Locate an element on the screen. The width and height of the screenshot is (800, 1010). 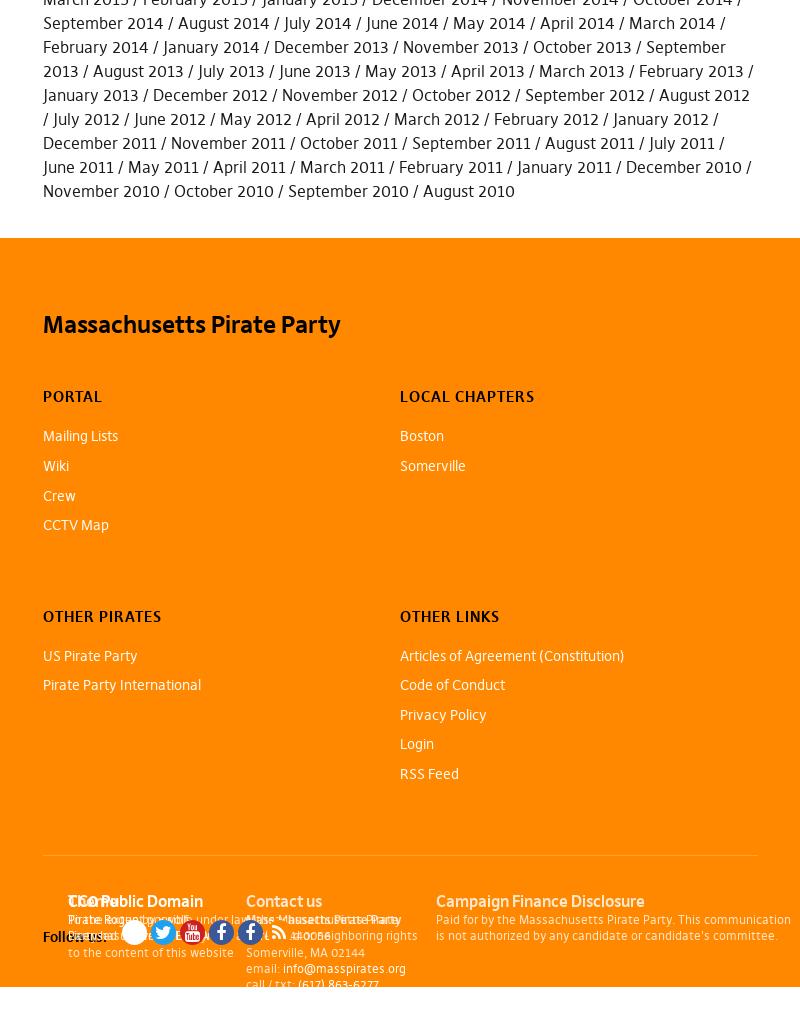
'RSS Feed' is located at coordinates (429, 773).